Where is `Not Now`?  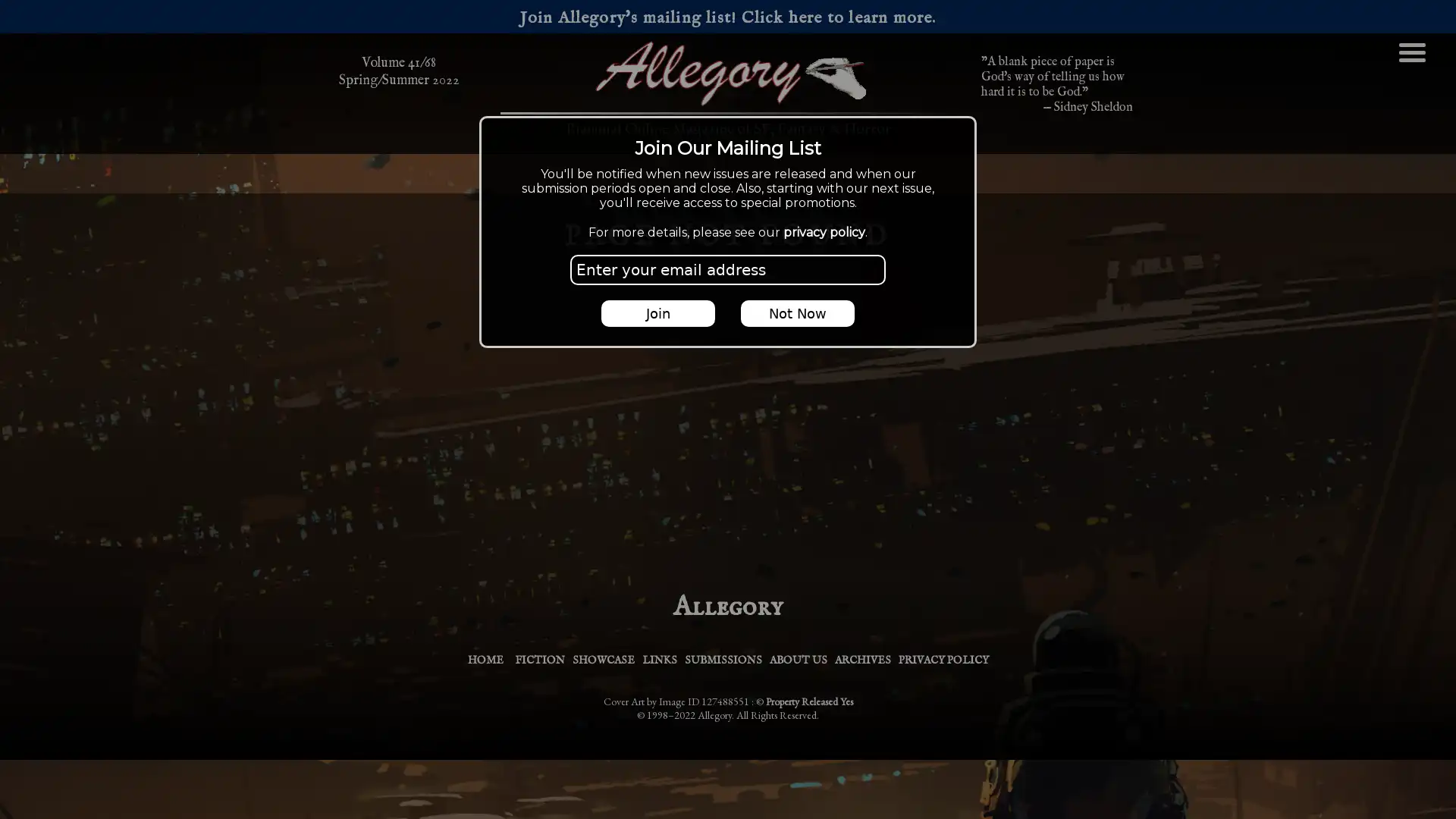
Not Now is located at coordinates (796, 312).